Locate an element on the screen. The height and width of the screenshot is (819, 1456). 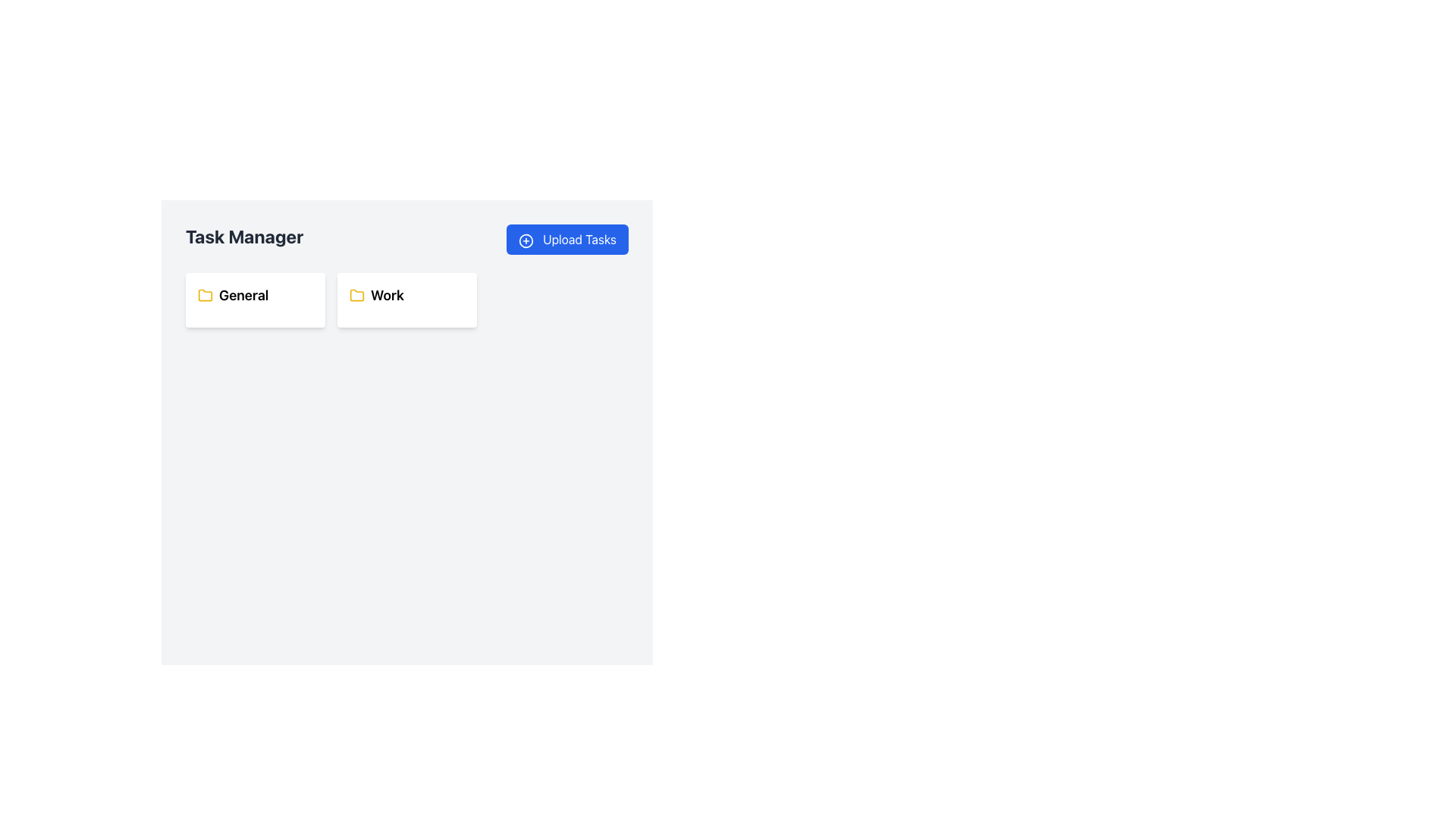
the yellow folder icon located to the left of the 'General' text label in the 'Task Manager' section is located at coordinates (204, 295).